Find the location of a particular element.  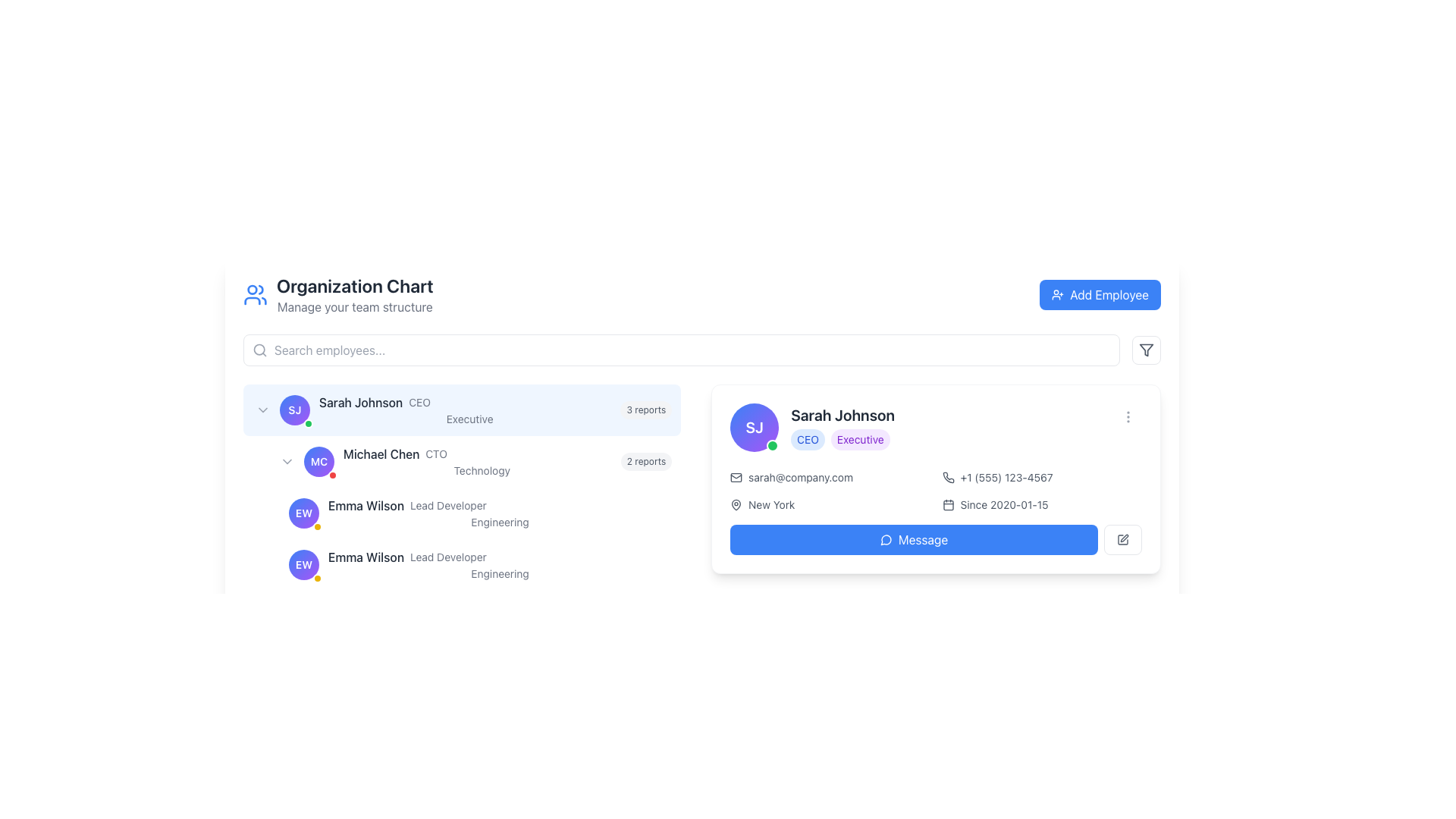

the name 'Emma Wilson' in the employee list is located at coordinates (461, 513).